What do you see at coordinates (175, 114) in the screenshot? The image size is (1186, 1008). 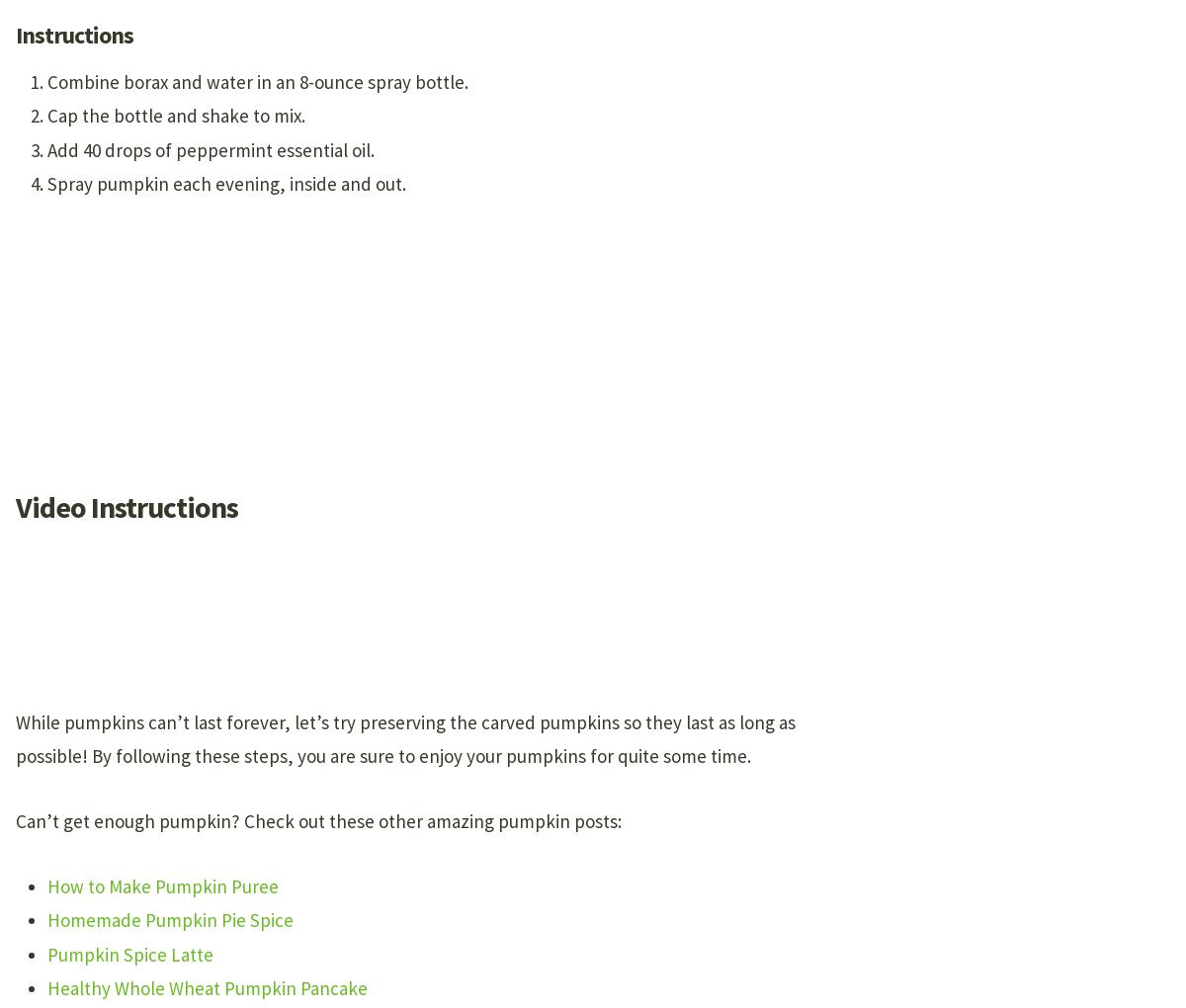 I see `'Cap the bottle and shake to mix.'` at bounding box center [175, 114].